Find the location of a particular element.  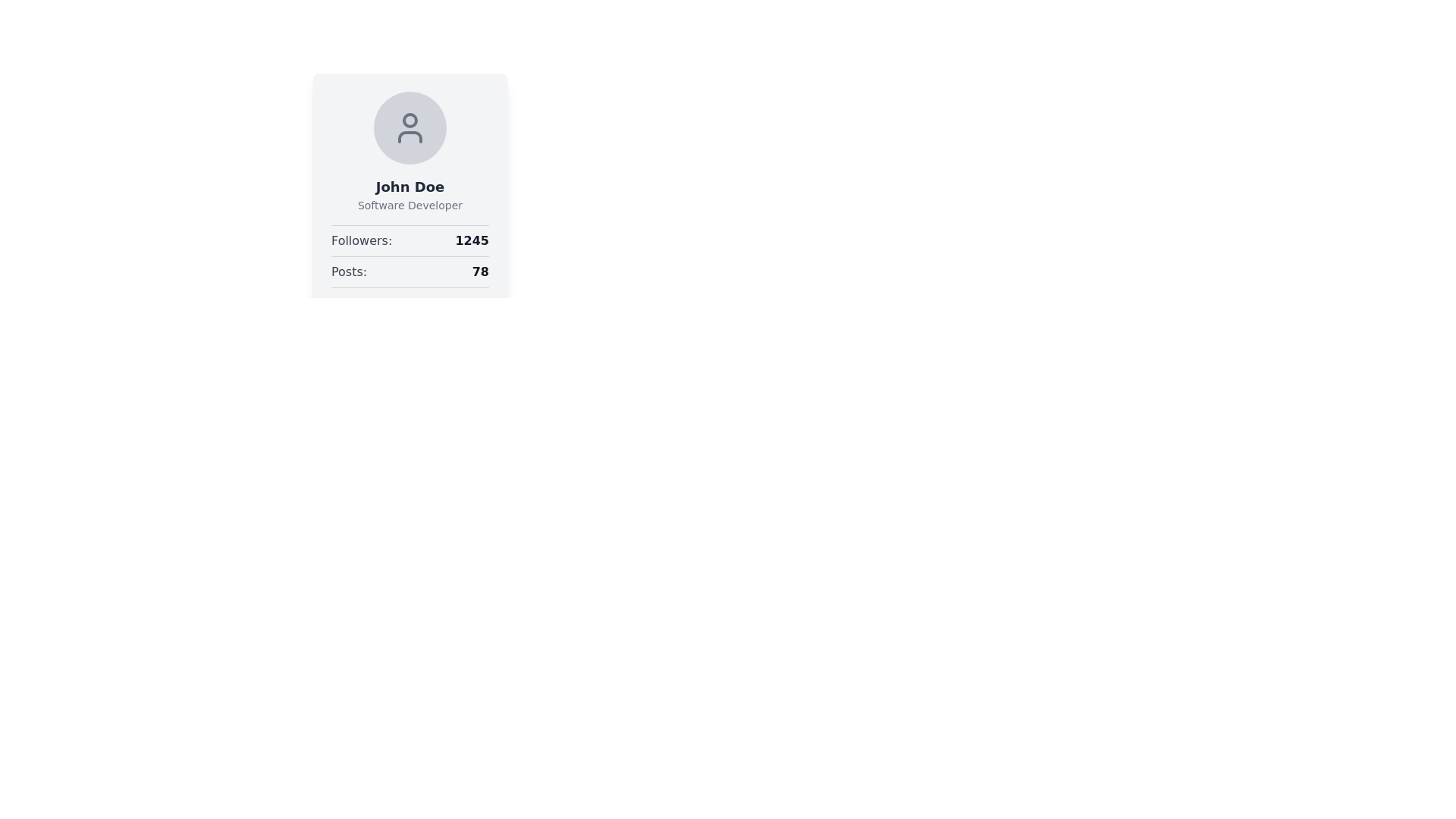

the Text Label that displays the user's name in the user profile section, located below the circular avatar and above the 'Software Developer' text is located at coordinates (410, 186).